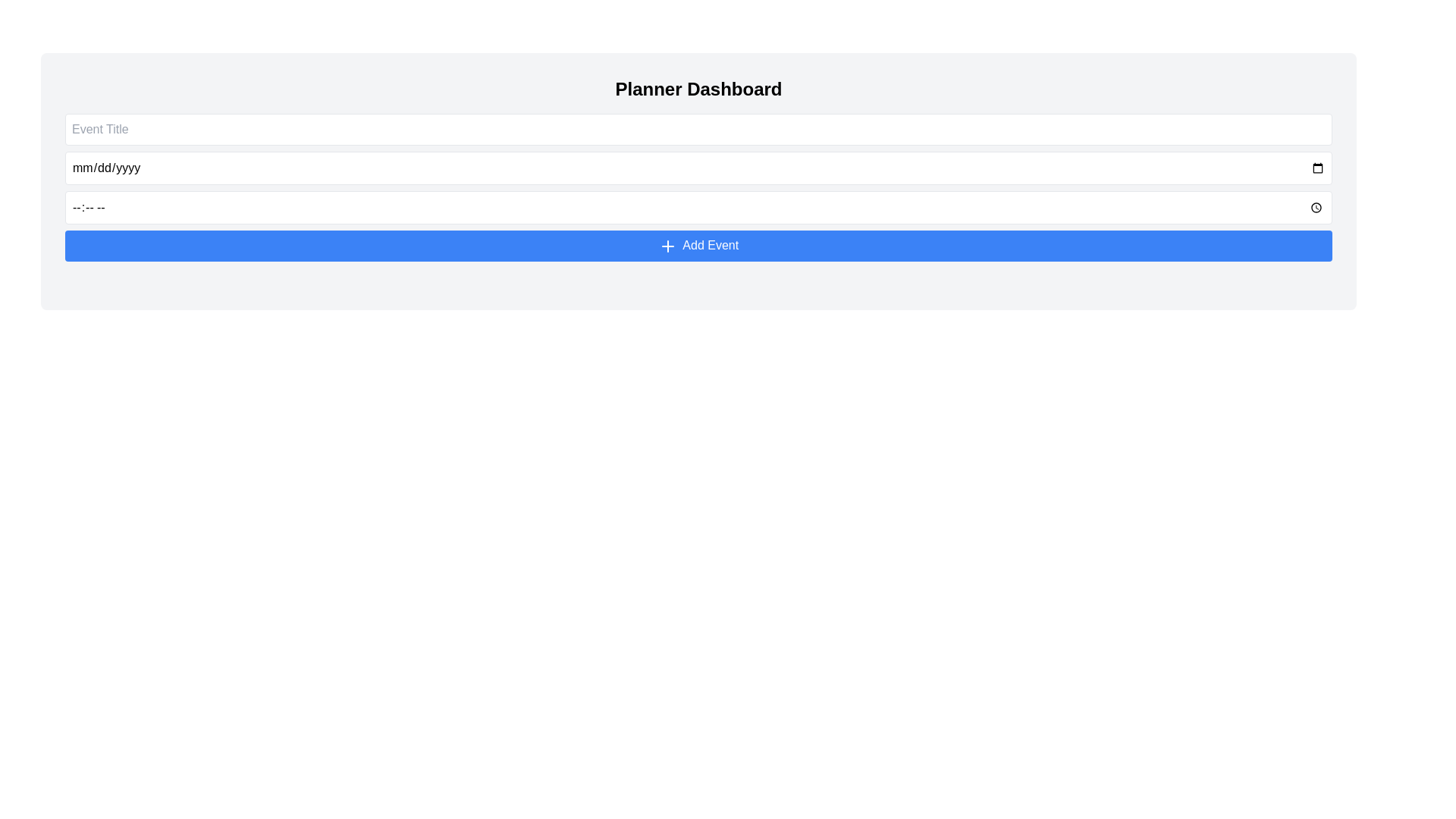 The image size is (1456, 819). I want to click on the Time input field, which is styled with rounded corners and highlighted when focused, to set focus on it, so click(698, 207).